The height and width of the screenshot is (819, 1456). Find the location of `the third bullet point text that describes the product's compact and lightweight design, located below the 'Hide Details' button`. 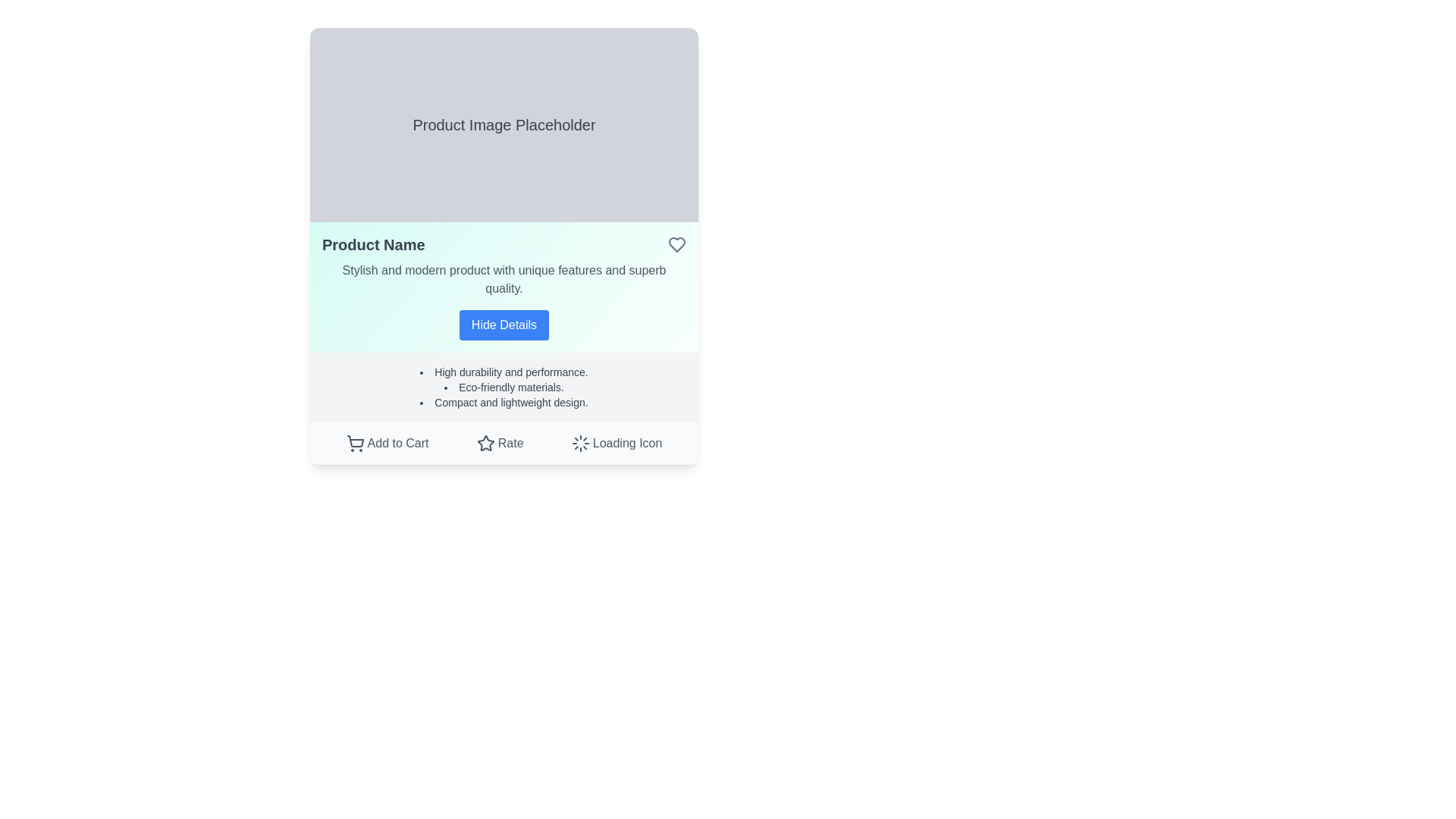

the third bullet point text that describes the product's compact and lightweight design, located below the 'Hide Details' button is located at coordinates (504, 402).